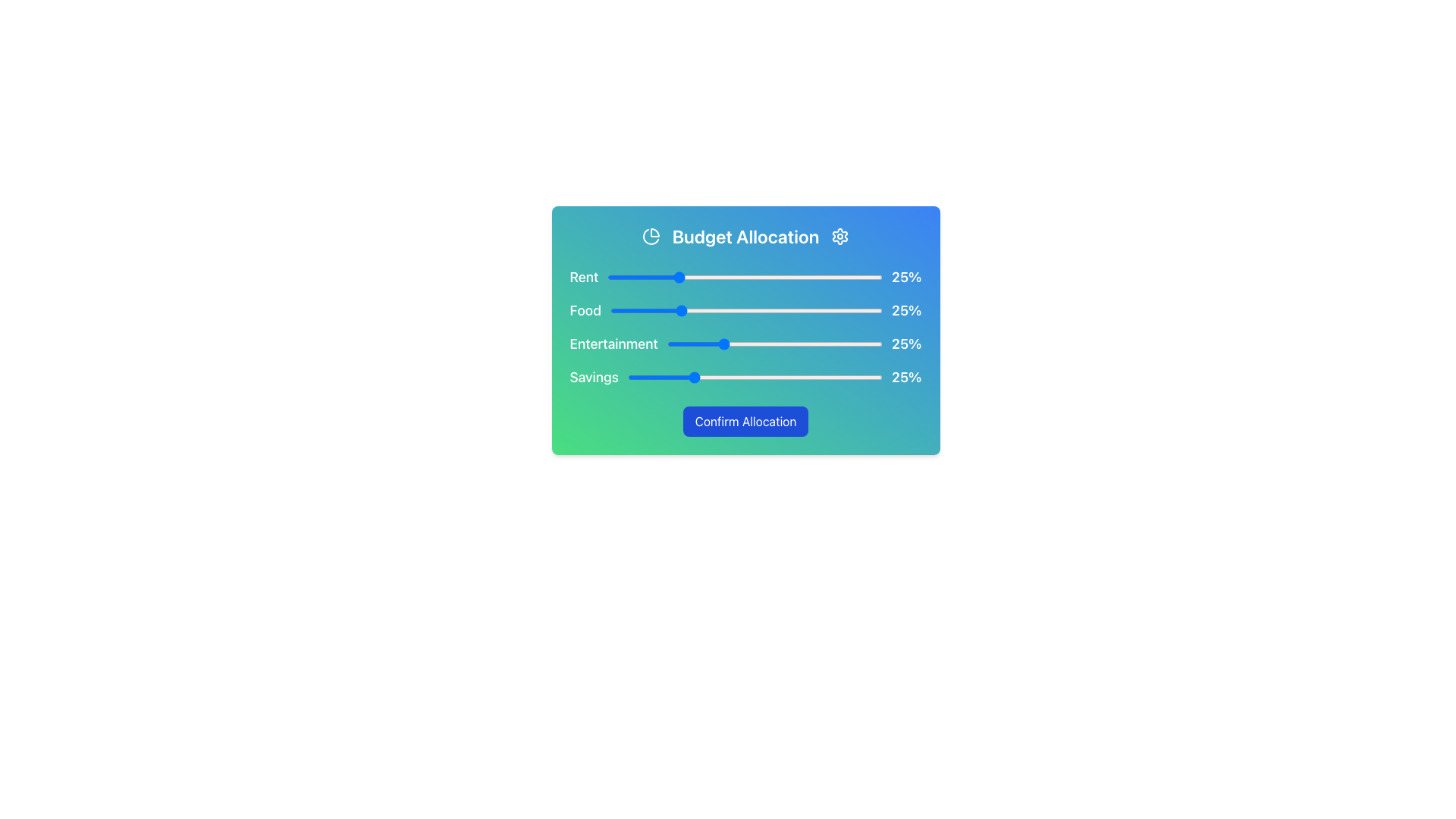 This screenshot has height=819, width=1456. I want to click on the savings allocation, so click(773, 376).